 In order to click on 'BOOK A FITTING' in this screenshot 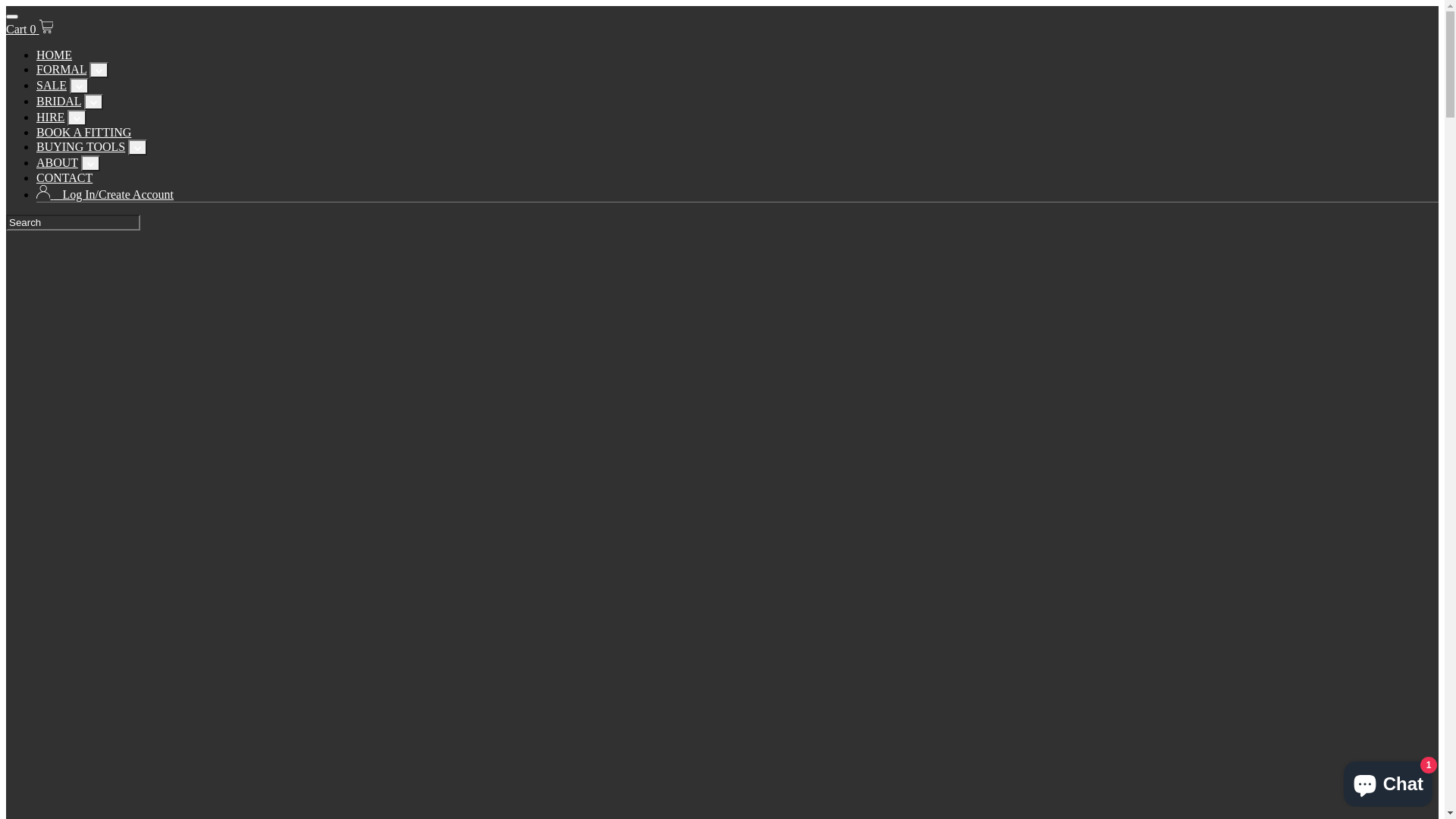, I will do `click(83, 131)`.